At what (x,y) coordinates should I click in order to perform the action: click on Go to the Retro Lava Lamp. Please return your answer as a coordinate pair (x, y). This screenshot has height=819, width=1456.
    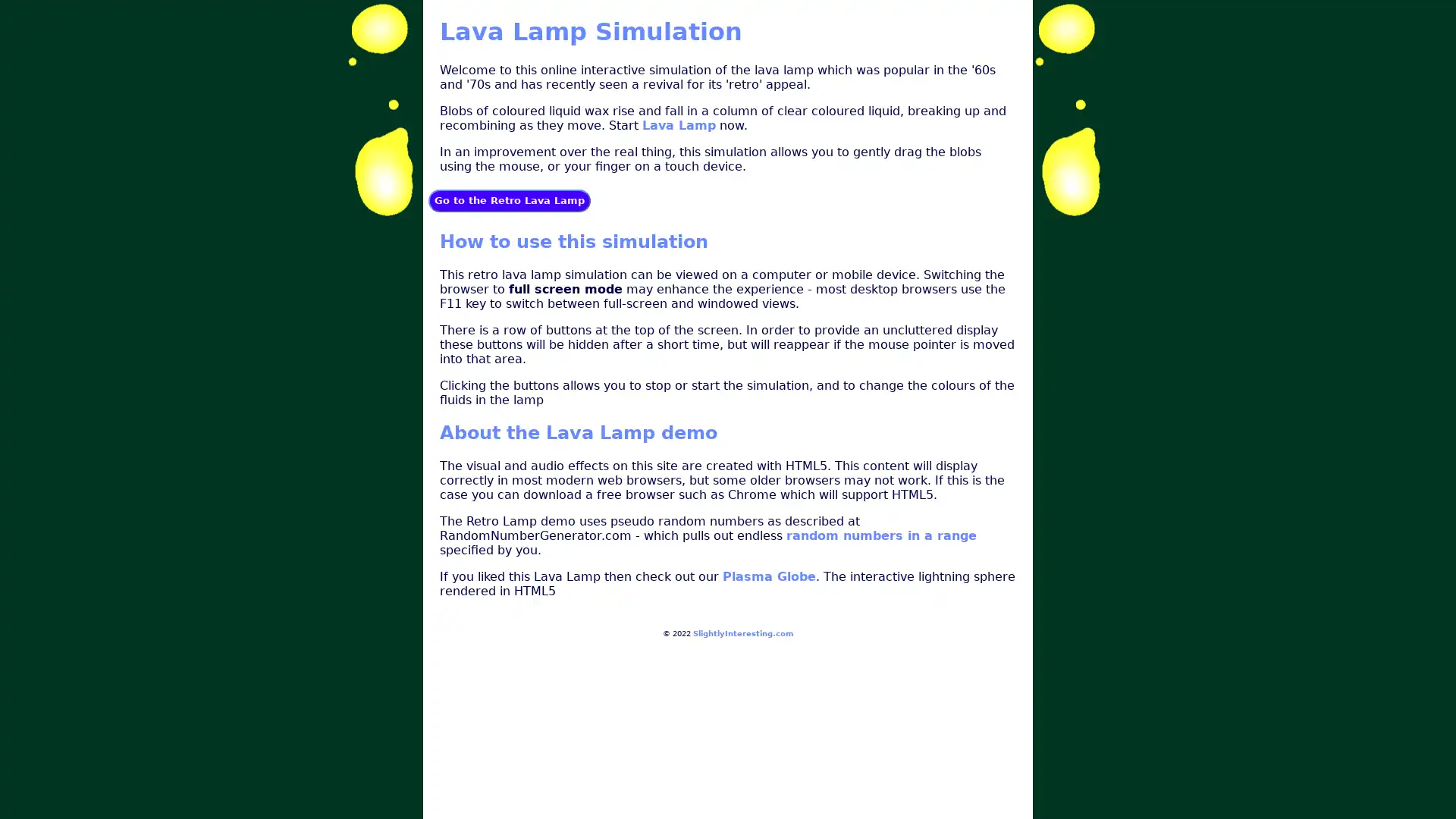
    Looking at the image, I should click on (510, 199).